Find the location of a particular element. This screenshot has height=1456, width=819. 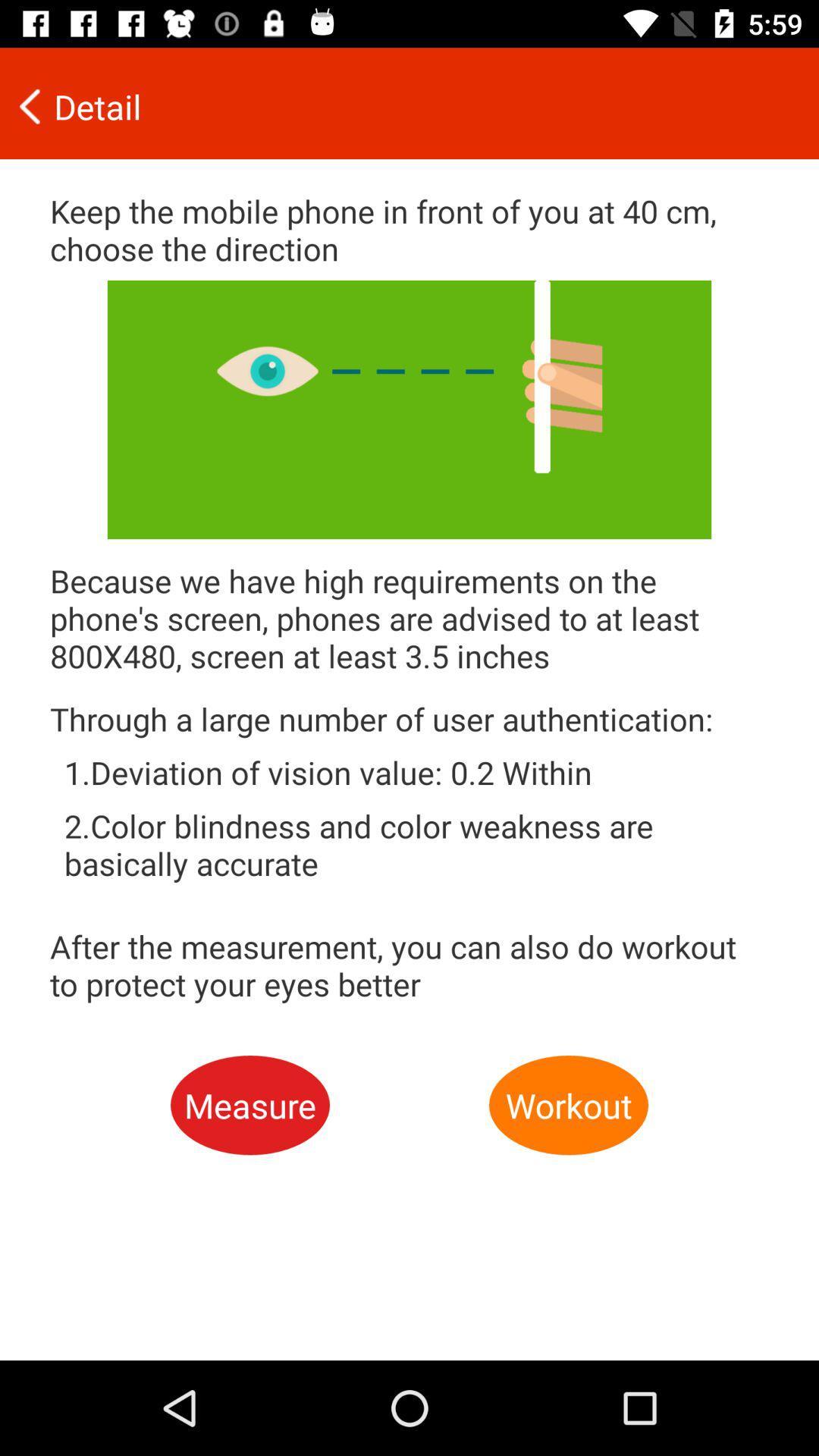

the icon next to workout item is located at coordinates (249, 1105).